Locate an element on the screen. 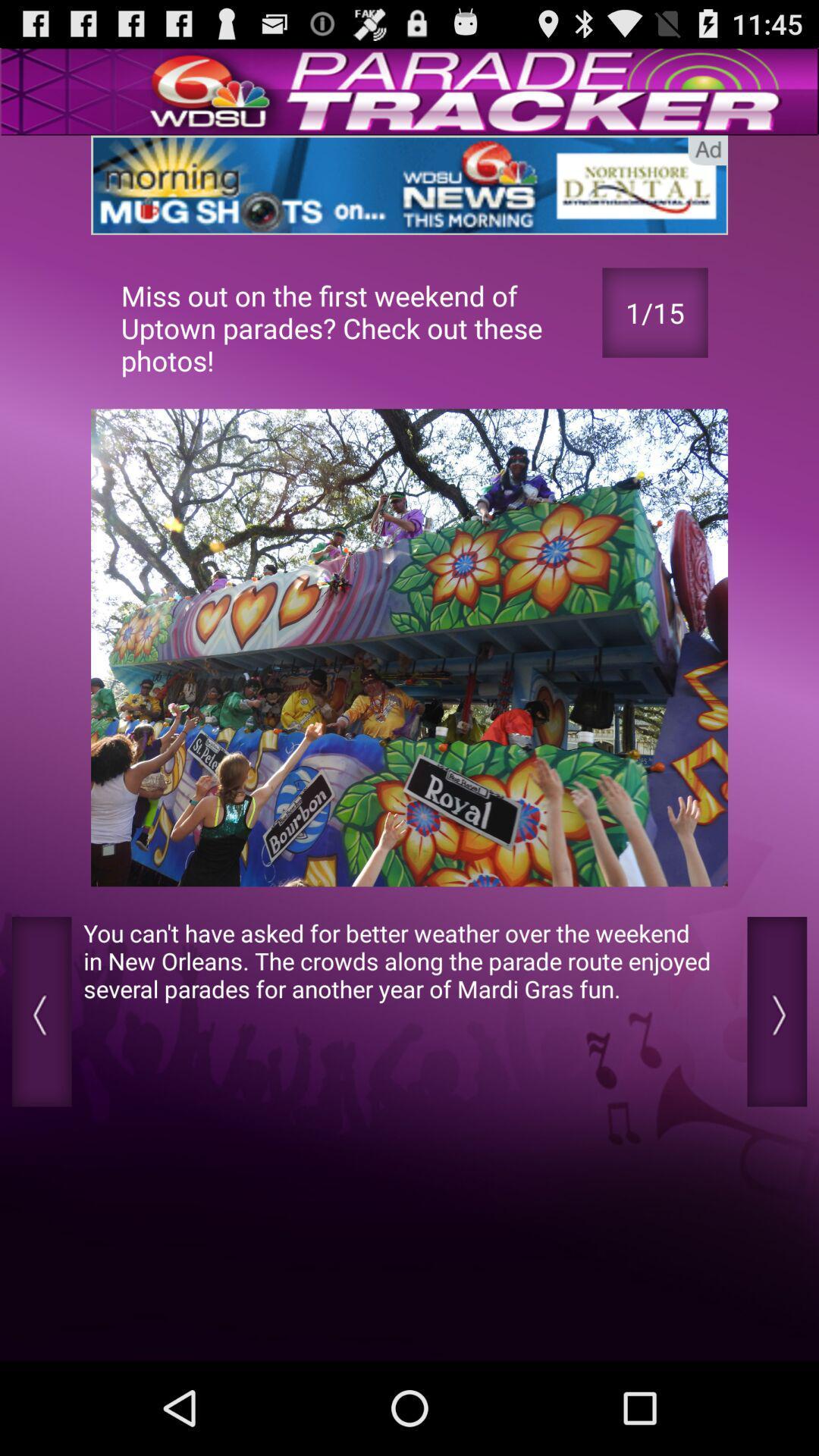 The image size is (819, 1456). go back is located at coordinates (777, 1012).